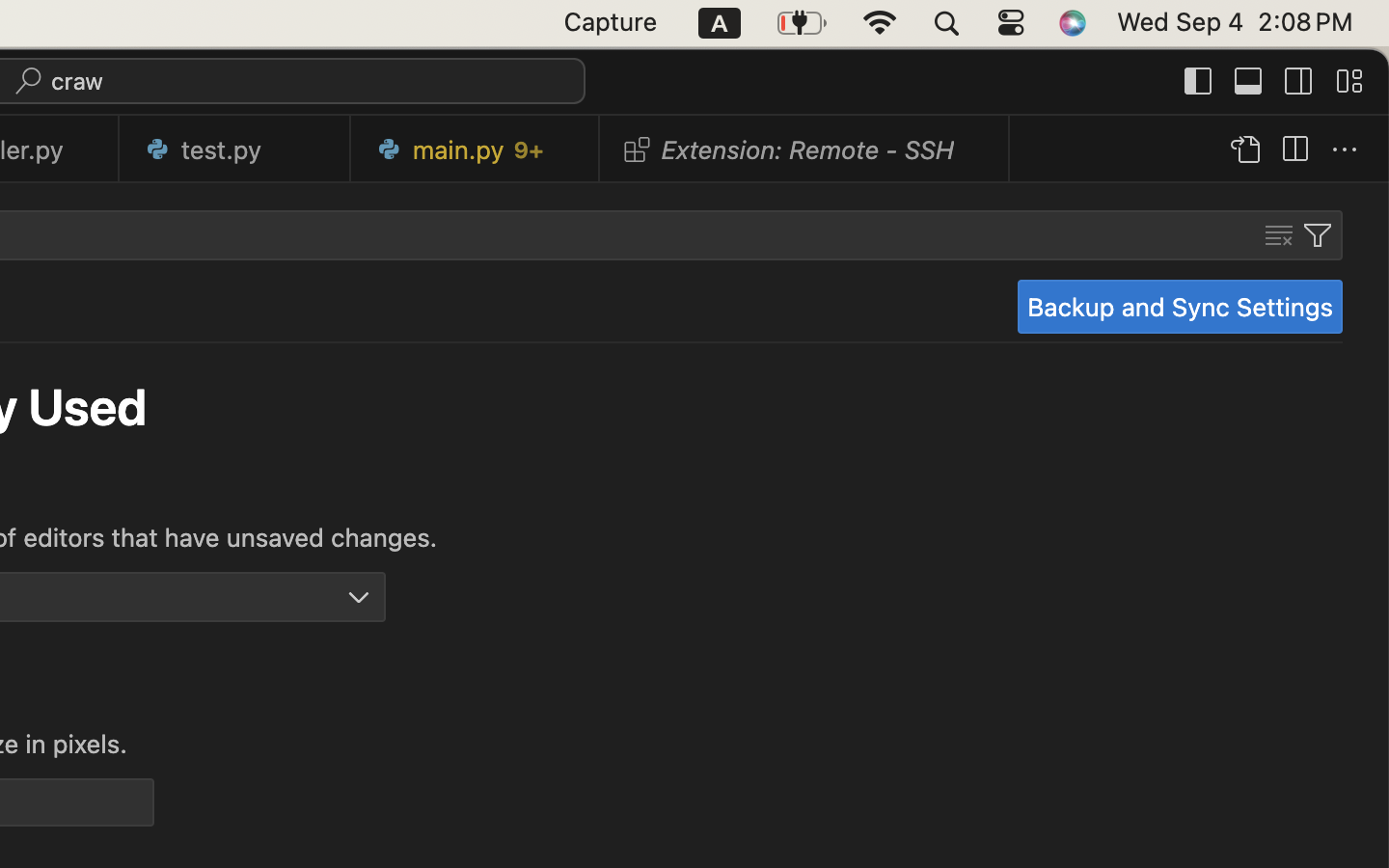  I want to click on '', so click(1293, 149).